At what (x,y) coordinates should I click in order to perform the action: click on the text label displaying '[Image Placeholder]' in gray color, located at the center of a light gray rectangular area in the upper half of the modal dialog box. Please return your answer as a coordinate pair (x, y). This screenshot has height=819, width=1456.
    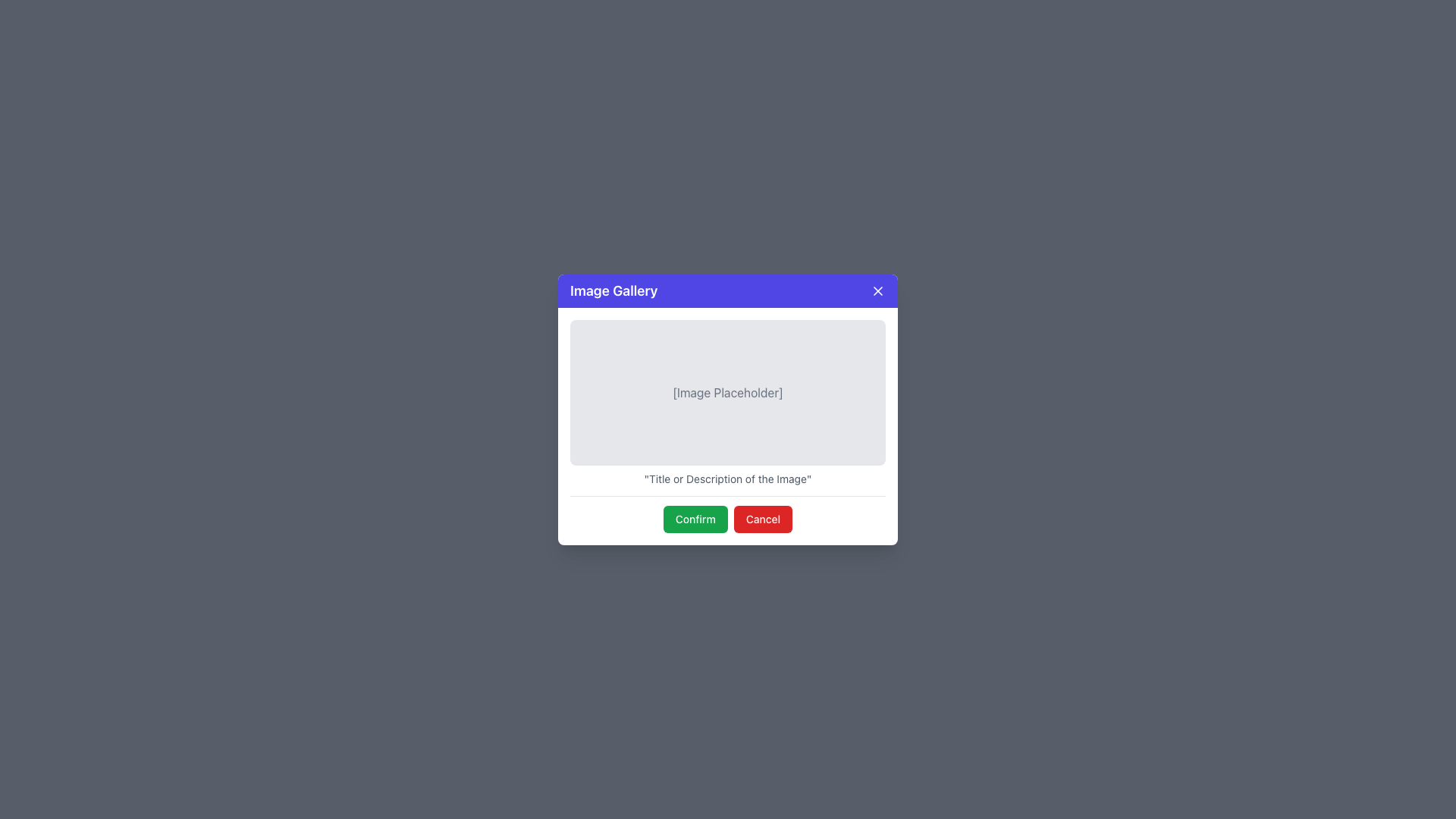
    Looking at the image, I should click on (728, 391).